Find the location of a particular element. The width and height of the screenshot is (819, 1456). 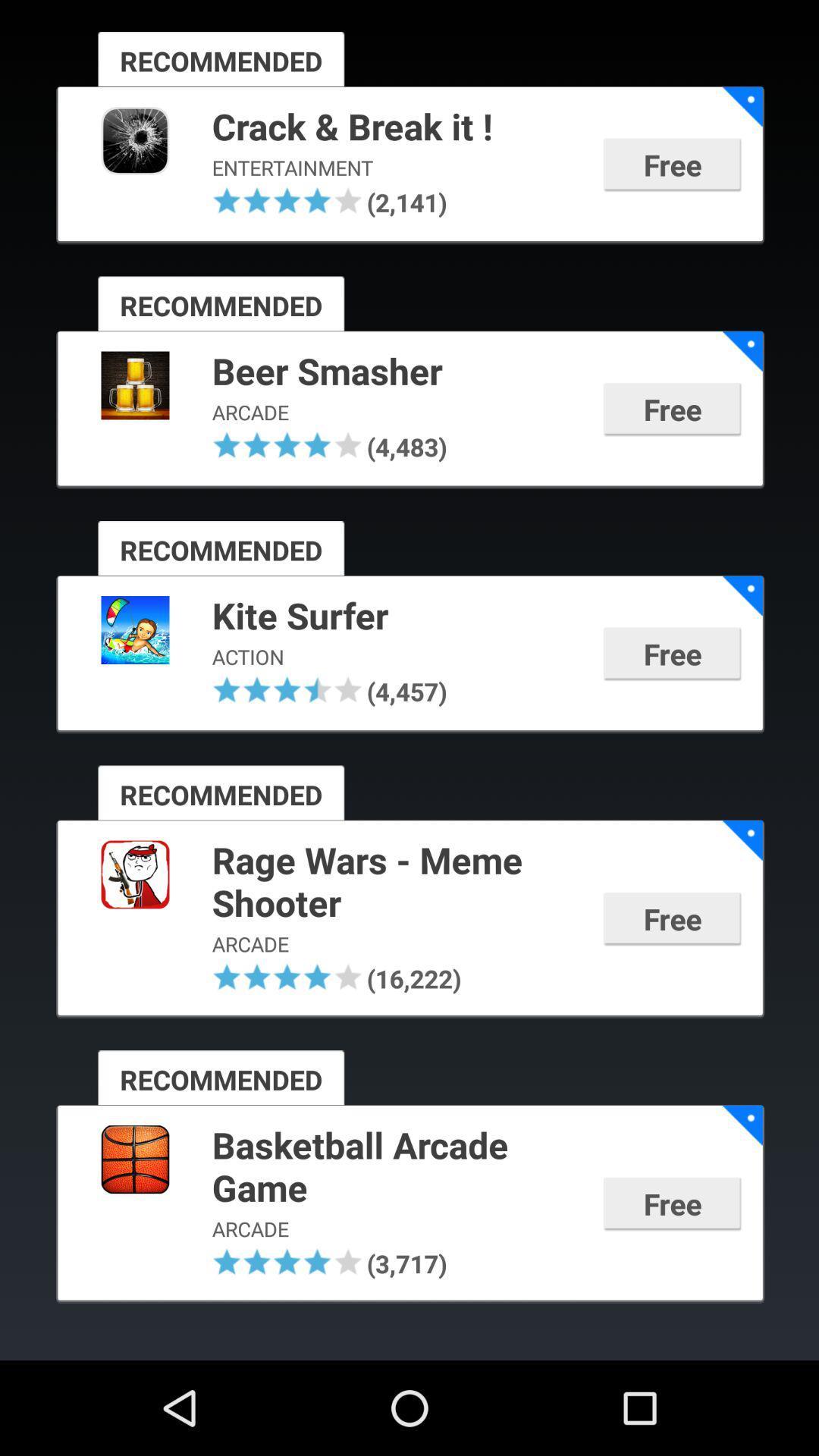

item next to the free is located at coordinates (397, 617).